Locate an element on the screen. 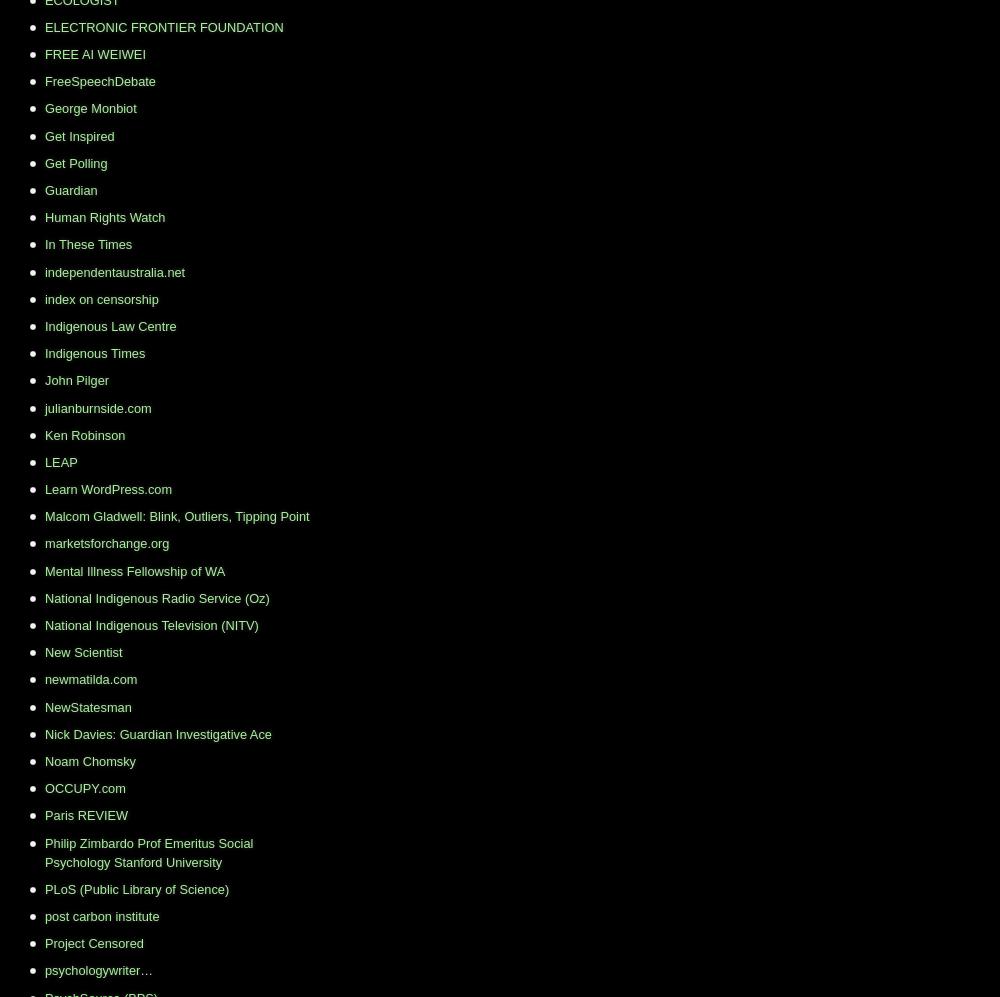 This screenshot has width=1000, height=997. 'In These Times' is located at coordinates (87, 243).